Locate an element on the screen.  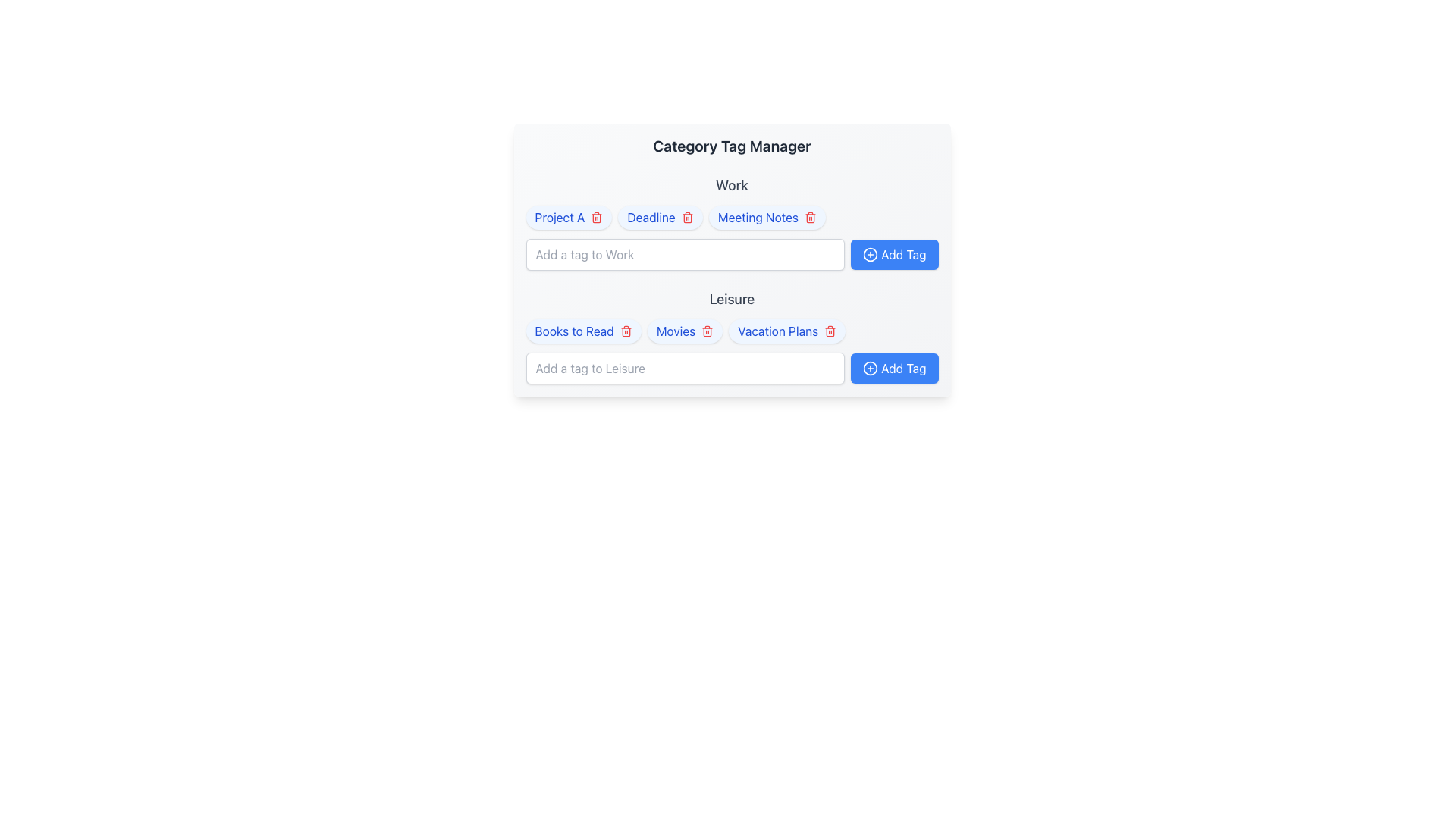
the 'Leisure' text label, which is displayed in a medium-sized, bold dark gray font and serves as a title for a section related to 'Books to Read', 'Movies', and 'Vacation Plans' is located at coordinates (732, 299).